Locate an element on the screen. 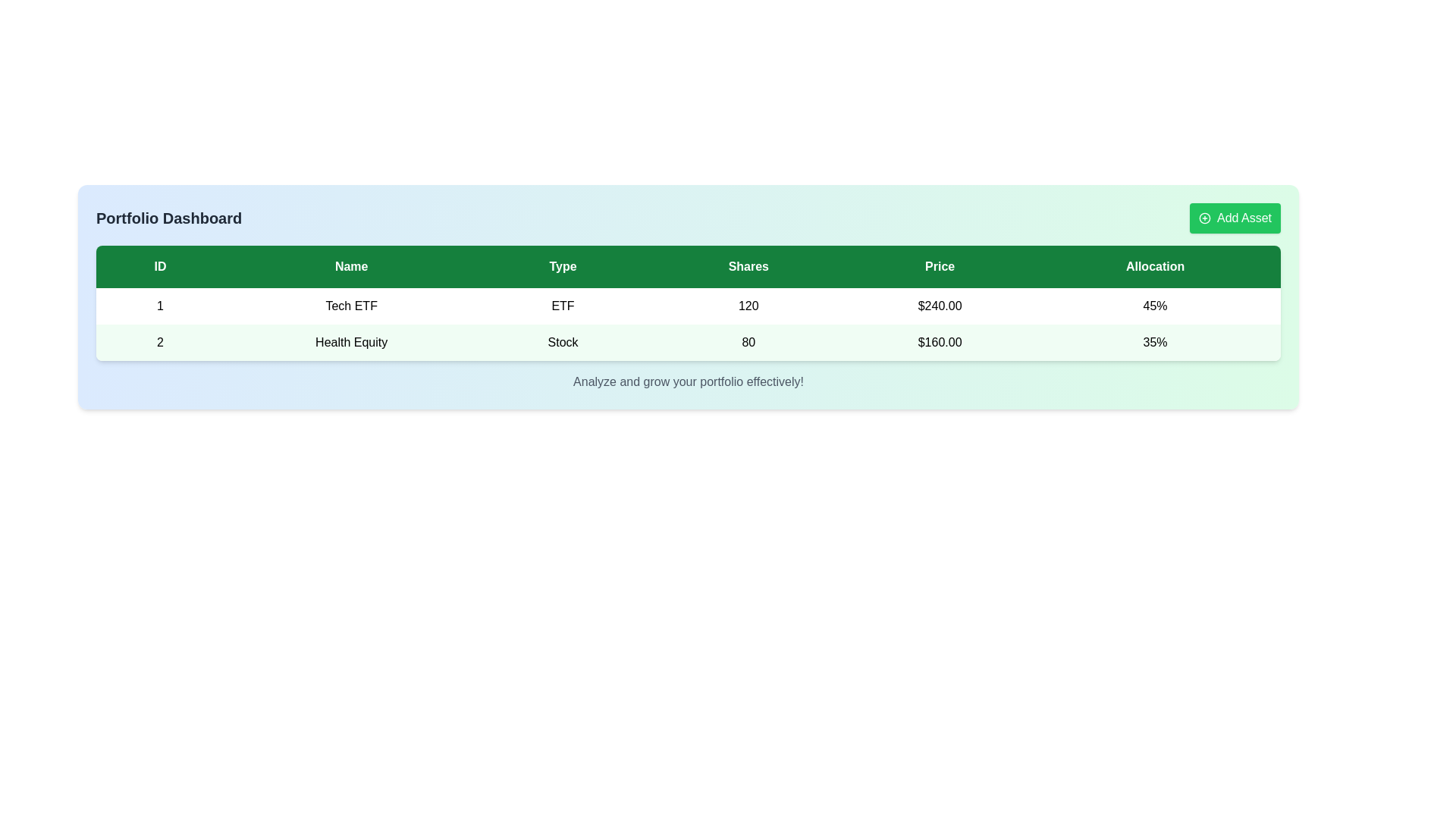 The height and width of the screenshot is (819, 1456). the Text label displaying the allocation percentage value next to the values '$240.00' and '35%' in the 'Allocation' column of the table row is located at coordinates (1154, 306).